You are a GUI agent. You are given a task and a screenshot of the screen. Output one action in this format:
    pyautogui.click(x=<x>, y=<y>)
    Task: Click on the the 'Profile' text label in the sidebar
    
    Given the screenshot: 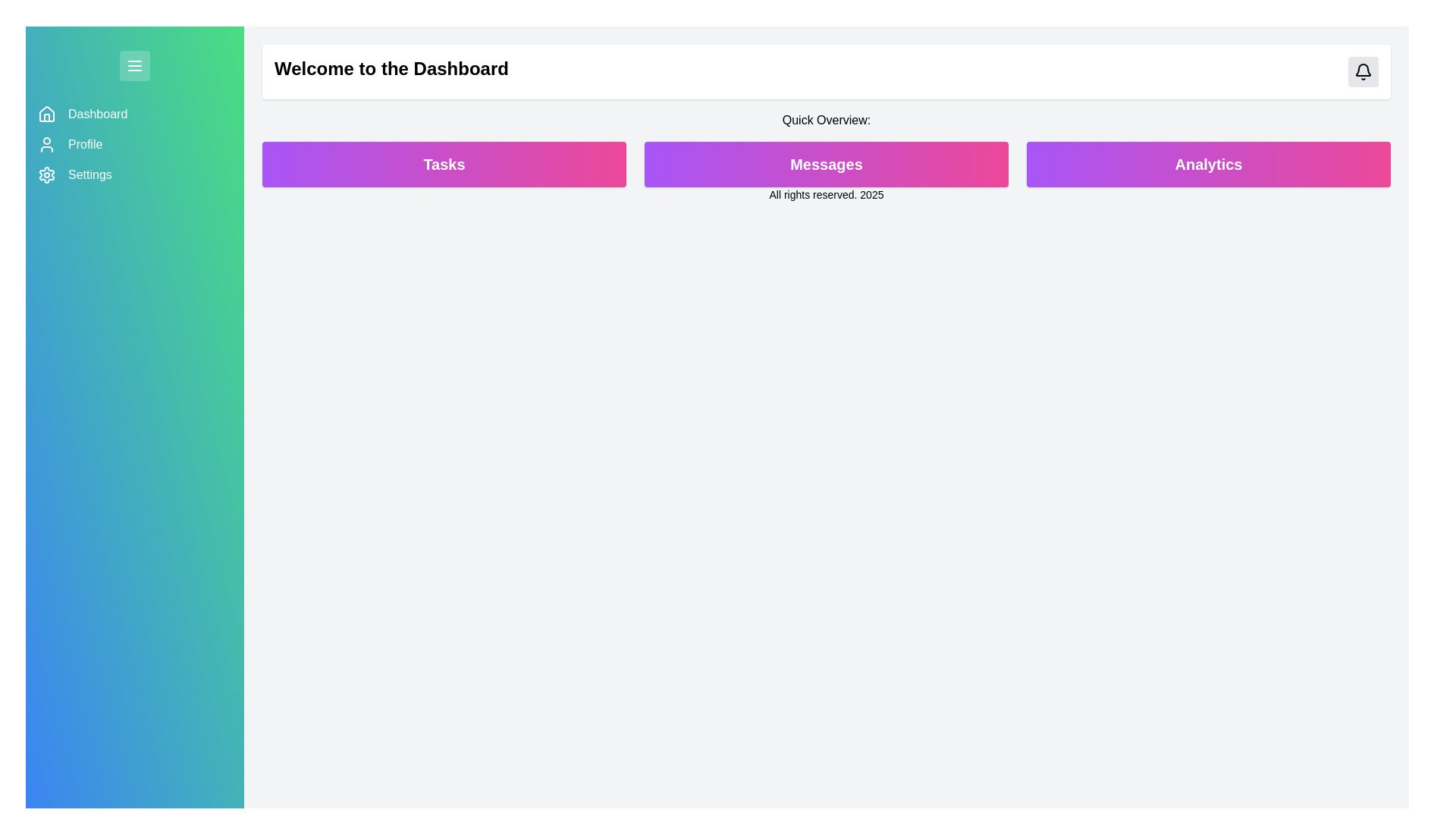 What is the action you would take?
    pyautogui.click(x=84, y=145)
    